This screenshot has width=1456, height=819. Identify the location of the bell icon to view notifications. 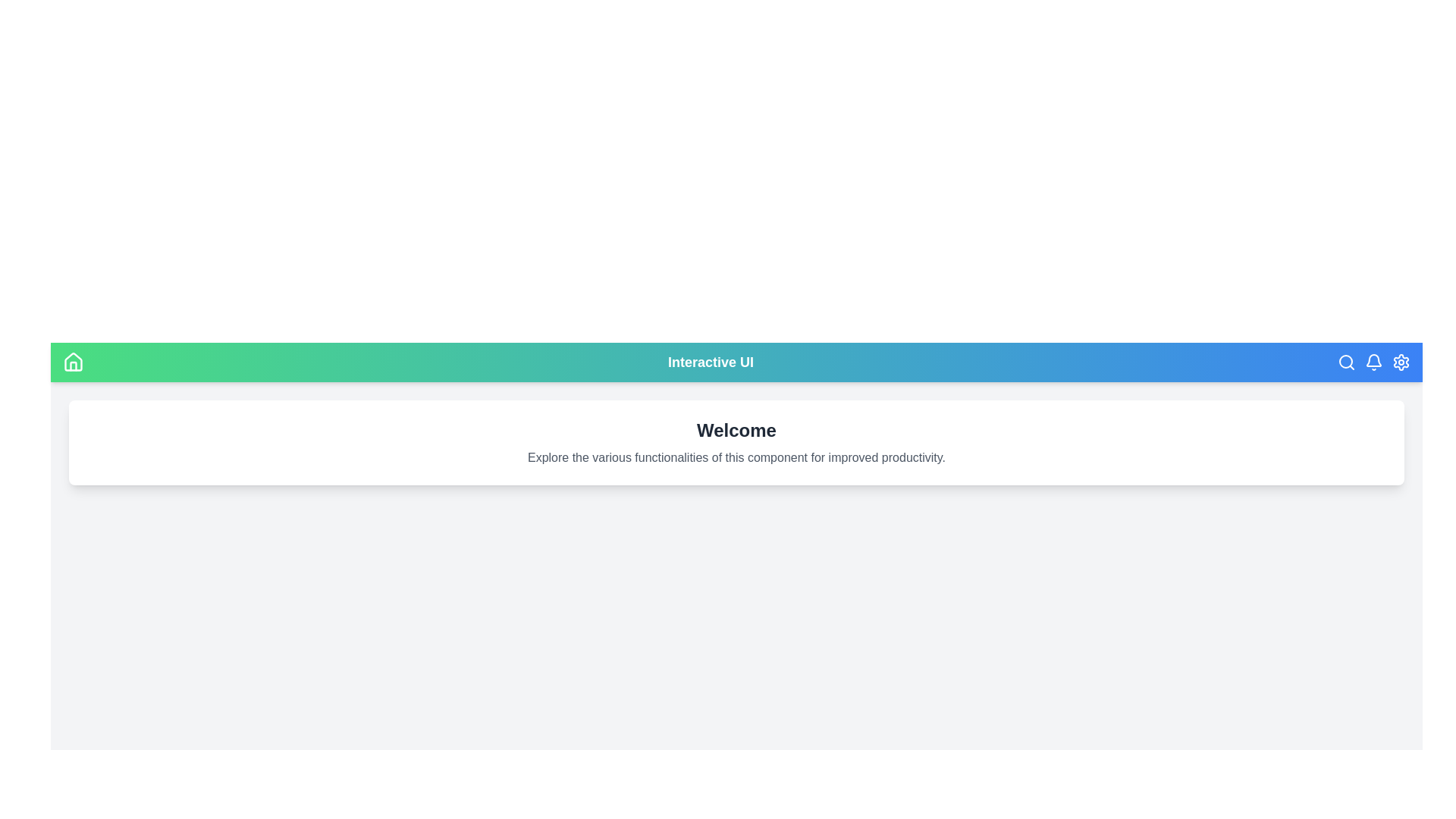
(1373, 362).